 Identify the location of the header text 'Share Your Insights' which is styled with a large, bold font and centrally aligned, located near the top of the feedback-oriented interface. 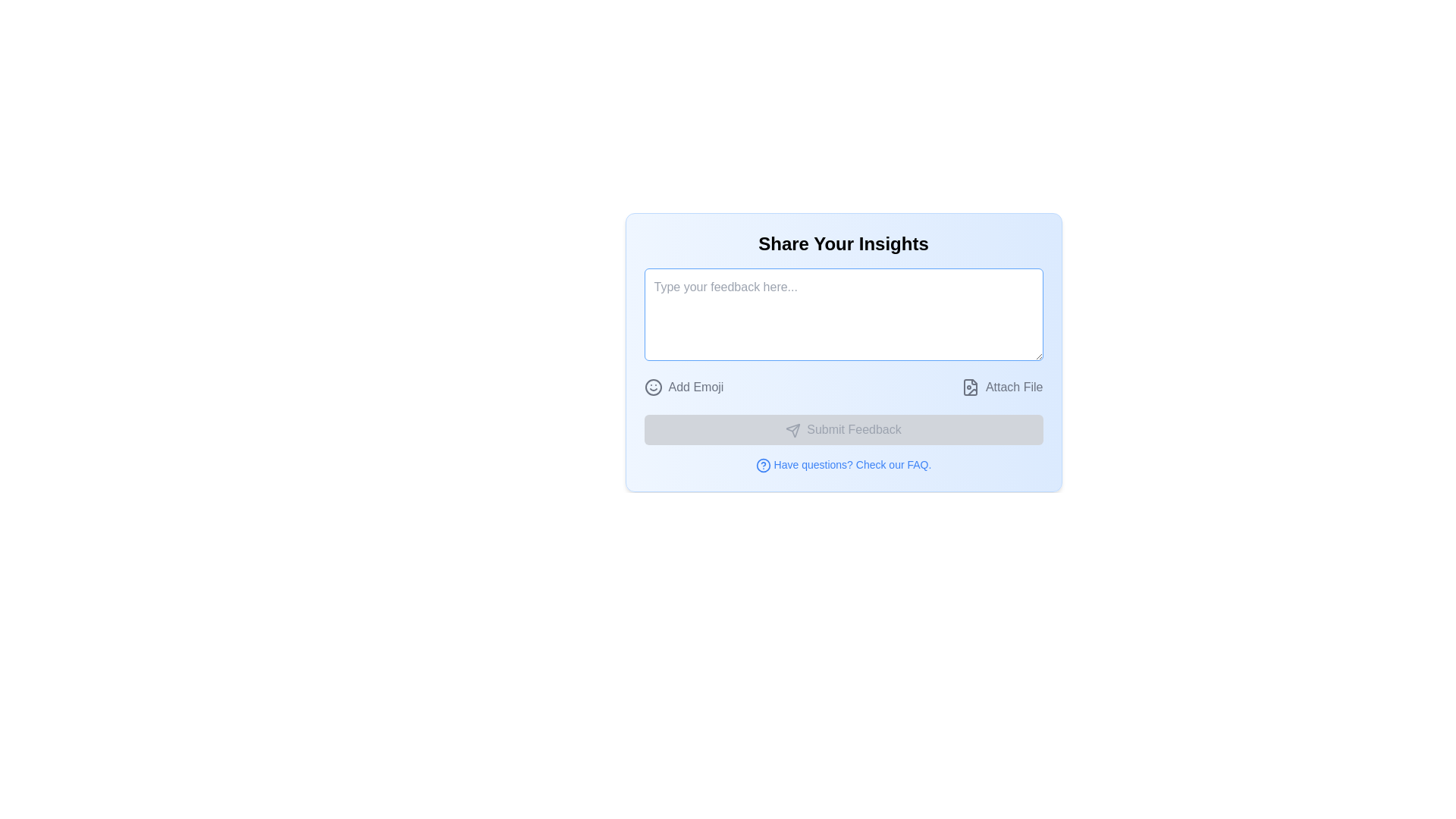
(843, 243).